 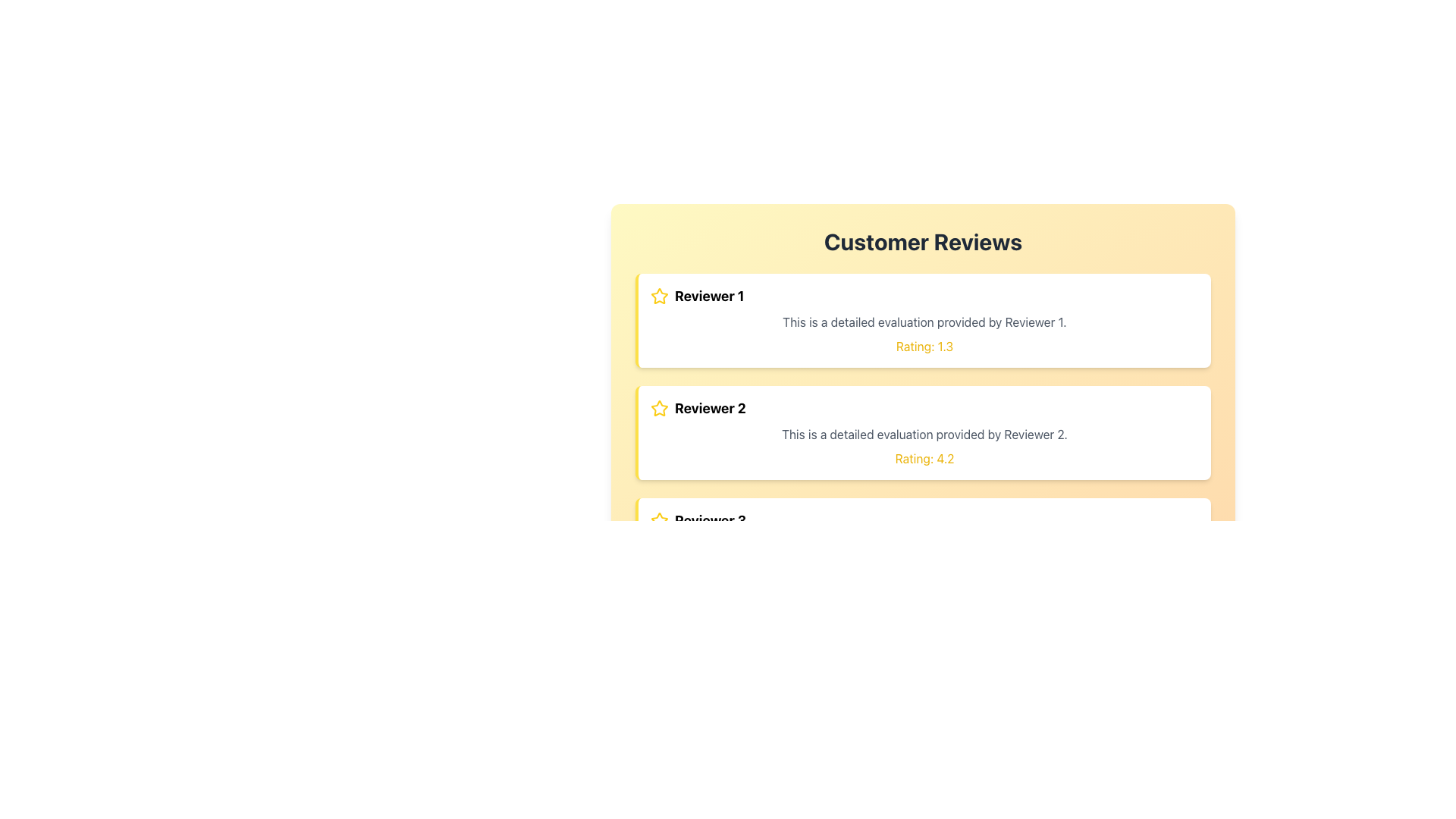 What do you see at coordinates (659, 408) in the screenshot?
I see `the star icon that indicates a rating, located in the second review card next to the text 'Reviewer 2'` at bounding box center [659, 408].